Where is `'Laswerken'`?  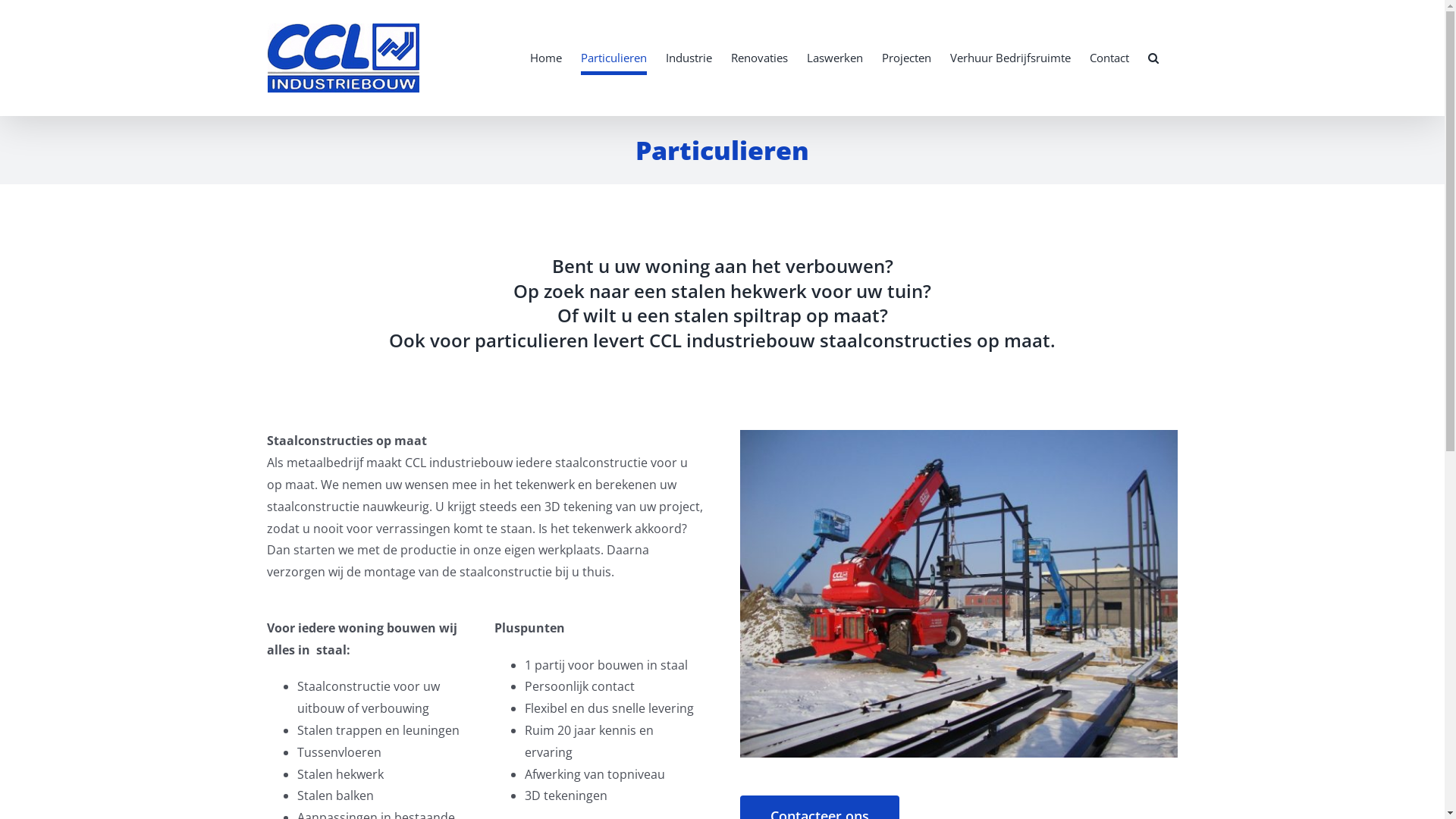 'Laswerken' is located at coordinates (833, 57).